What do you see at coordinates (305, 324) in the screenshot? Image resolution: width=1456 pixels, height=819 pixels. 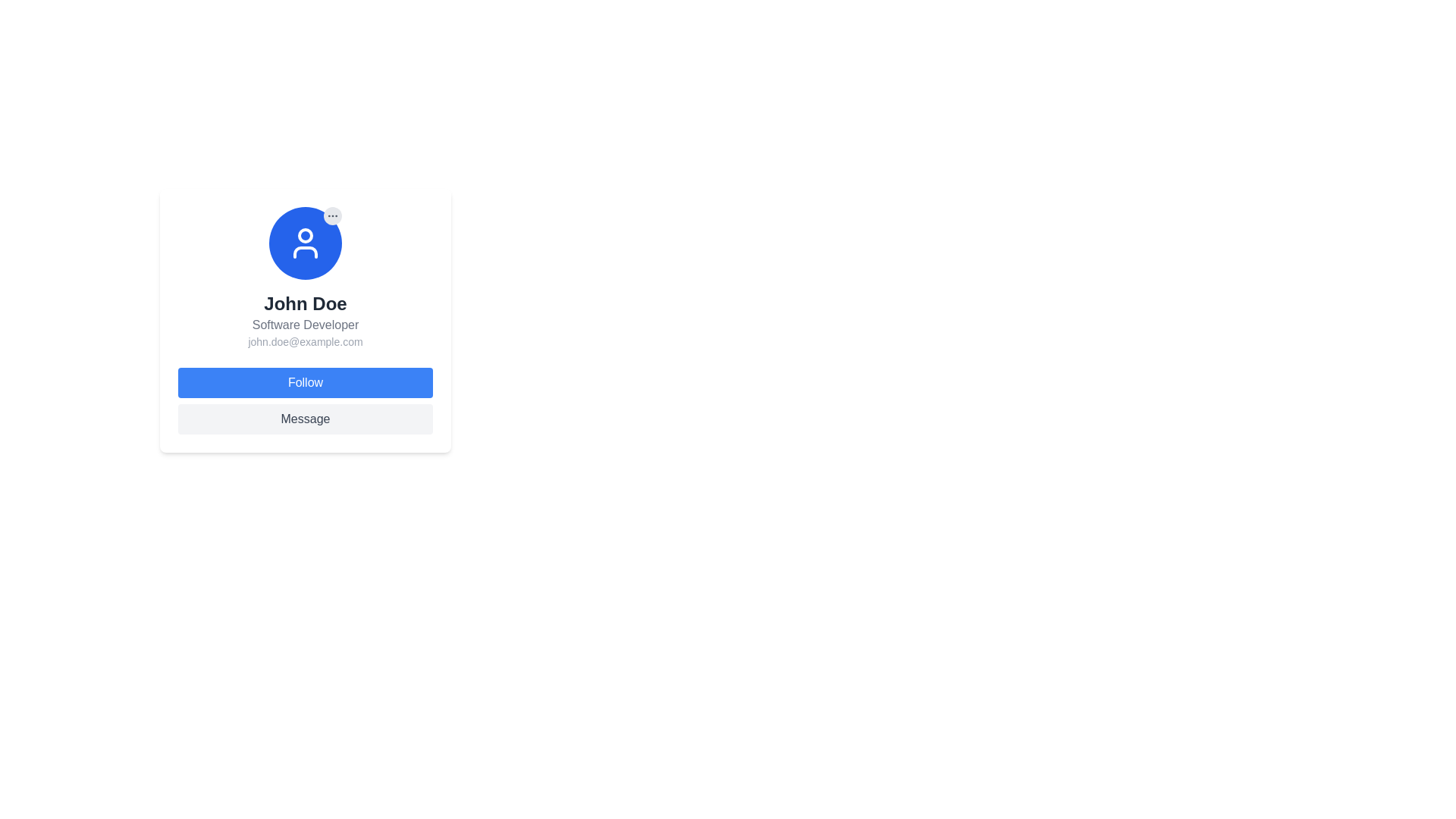 I see `the text label indicating the professional title or role of the user, which is positioned directly under the name 'John Doe' in the profile card` at bounding box center [305, 324].